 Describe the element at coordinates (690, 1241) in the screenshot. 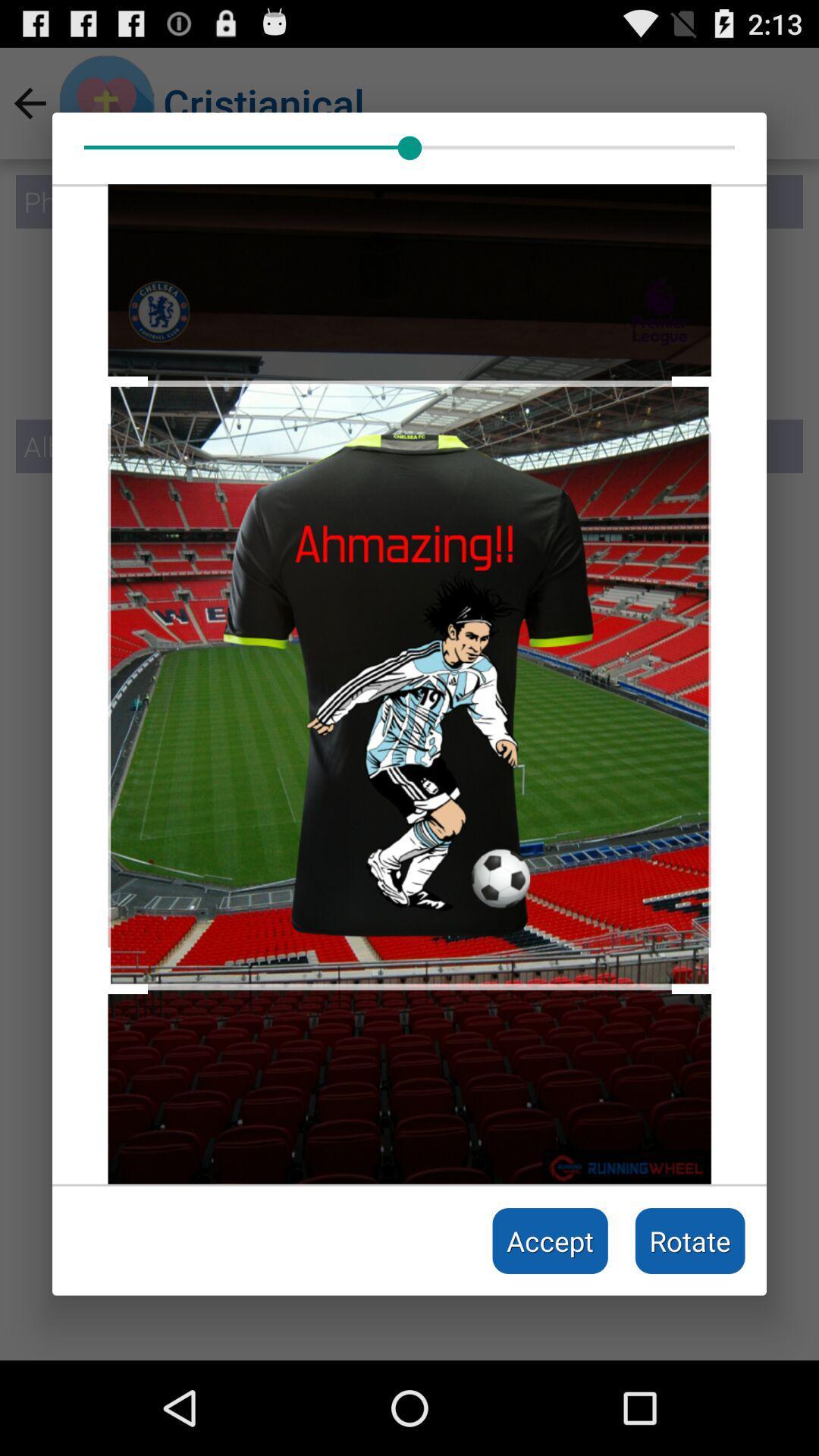

I see `icon next to accept` at that location.